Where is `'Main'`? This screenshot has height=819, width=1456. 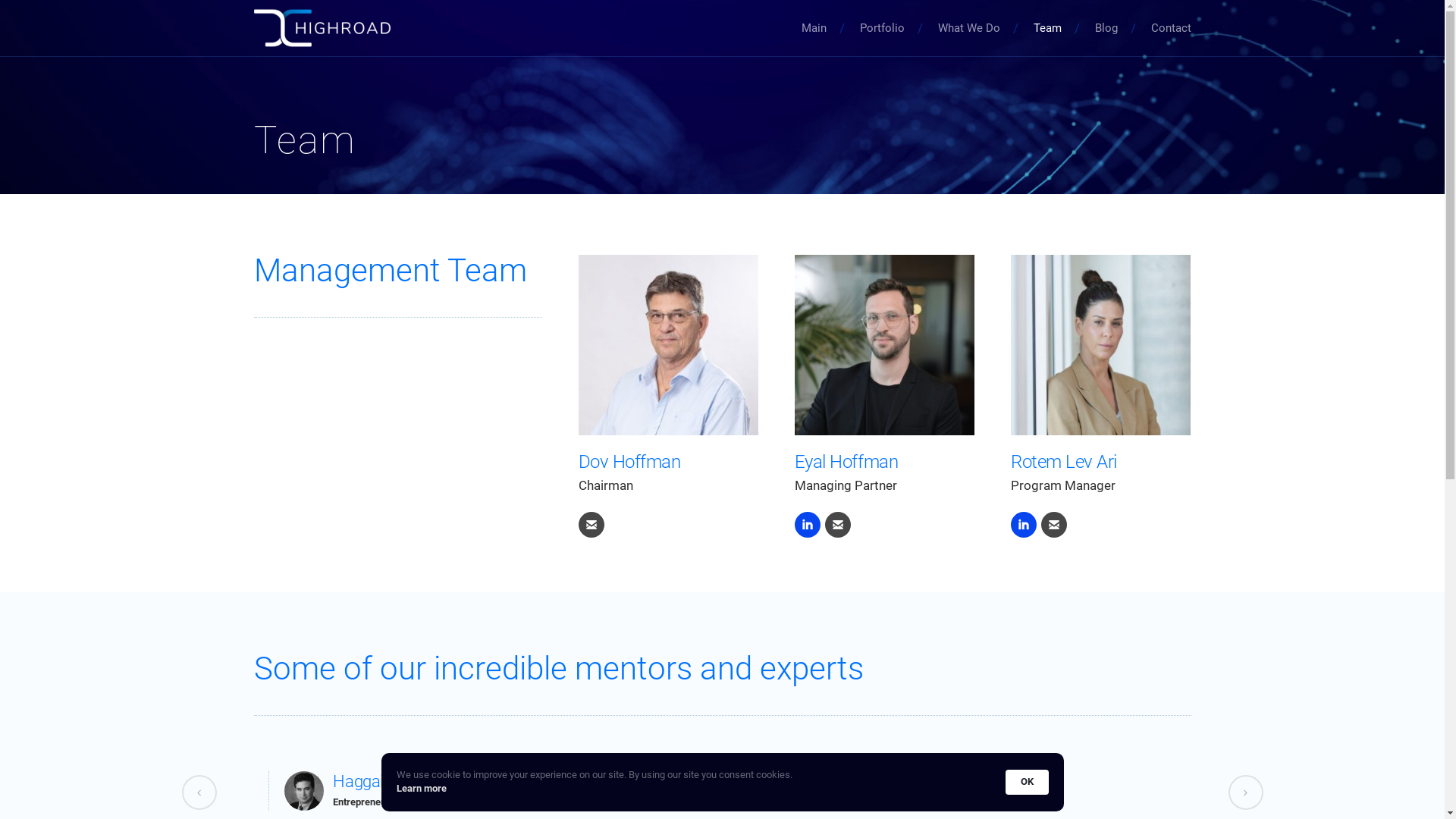
'Main' is located at coordinates (800, 28).